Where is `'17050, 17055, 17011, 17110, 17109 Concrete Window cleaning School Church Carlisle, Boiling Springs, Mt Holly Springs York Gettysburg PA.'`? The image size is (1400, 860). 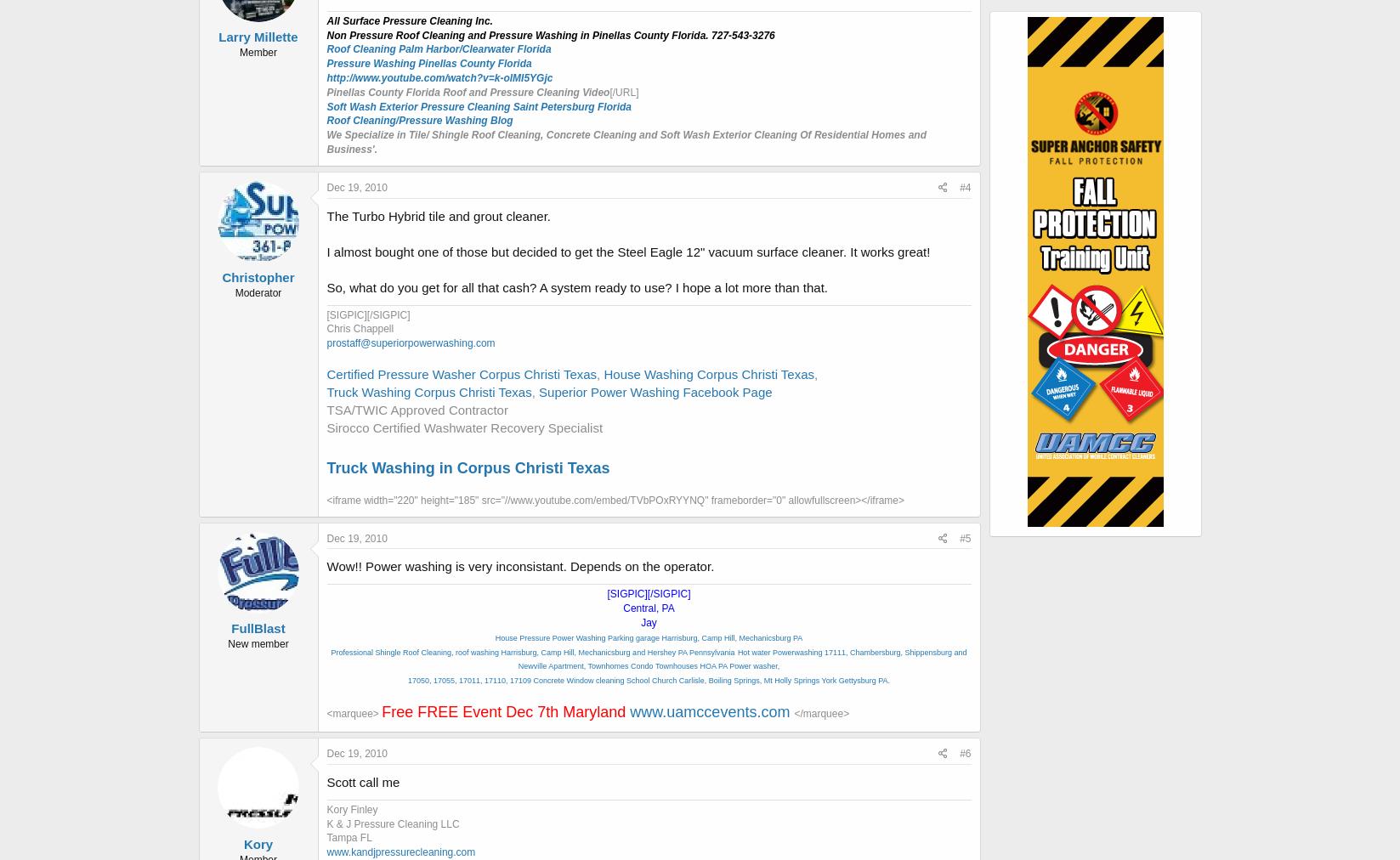
'17050, 17055, 17011, 17110, 17109 Concrete Window cleaning School Church Carlisle, Boiling Springs, Mt Holly Springs York Gettysburg PA.' is located at coordinates (649, 679).